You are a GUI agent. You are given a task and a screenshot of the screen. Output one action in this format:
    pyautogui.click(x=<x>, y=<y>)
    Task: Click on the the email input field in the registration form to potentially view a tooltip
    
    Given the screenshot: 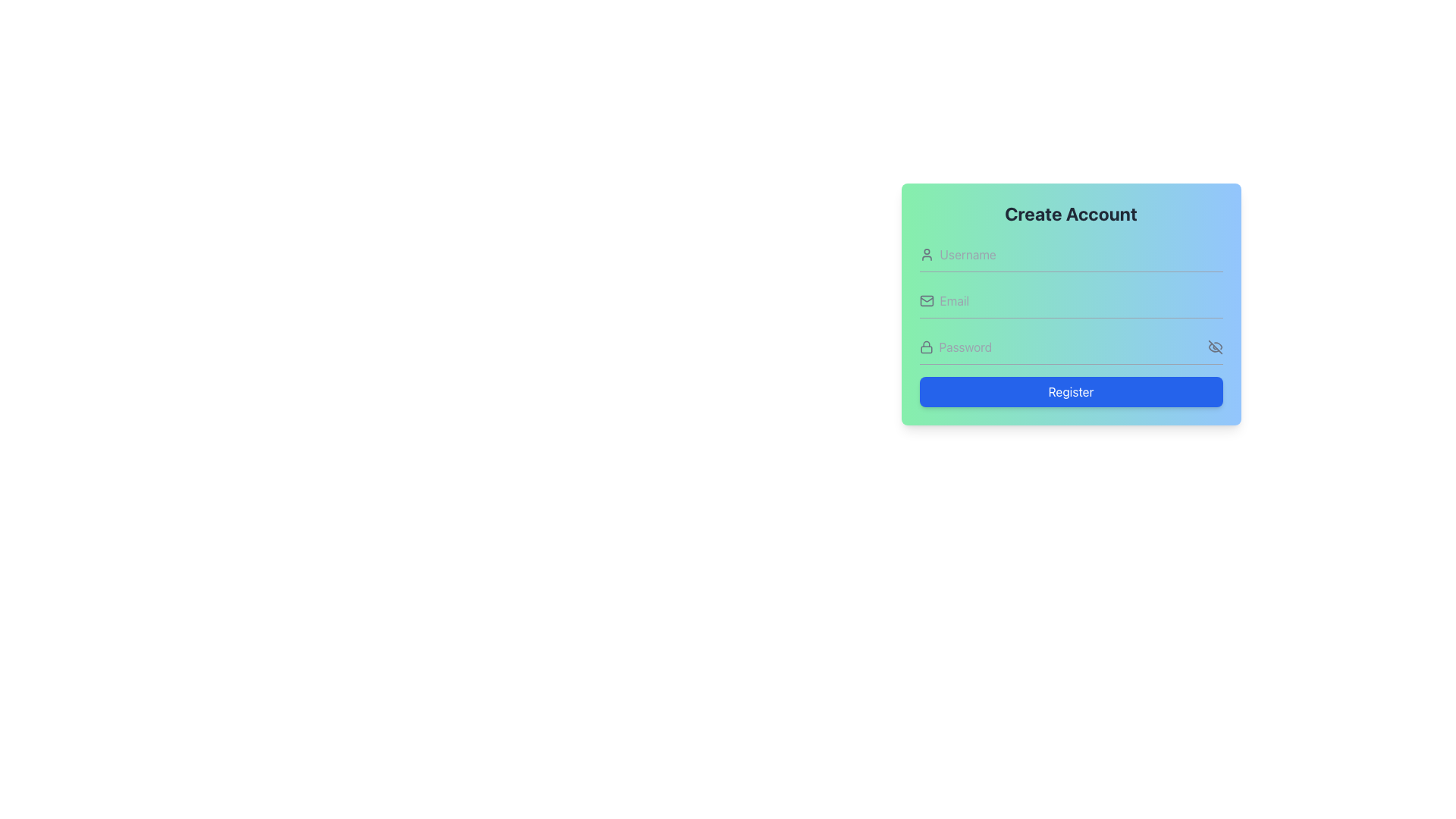 What is the action you would take?
    pyautogui.click(x=1077, y=301)
    